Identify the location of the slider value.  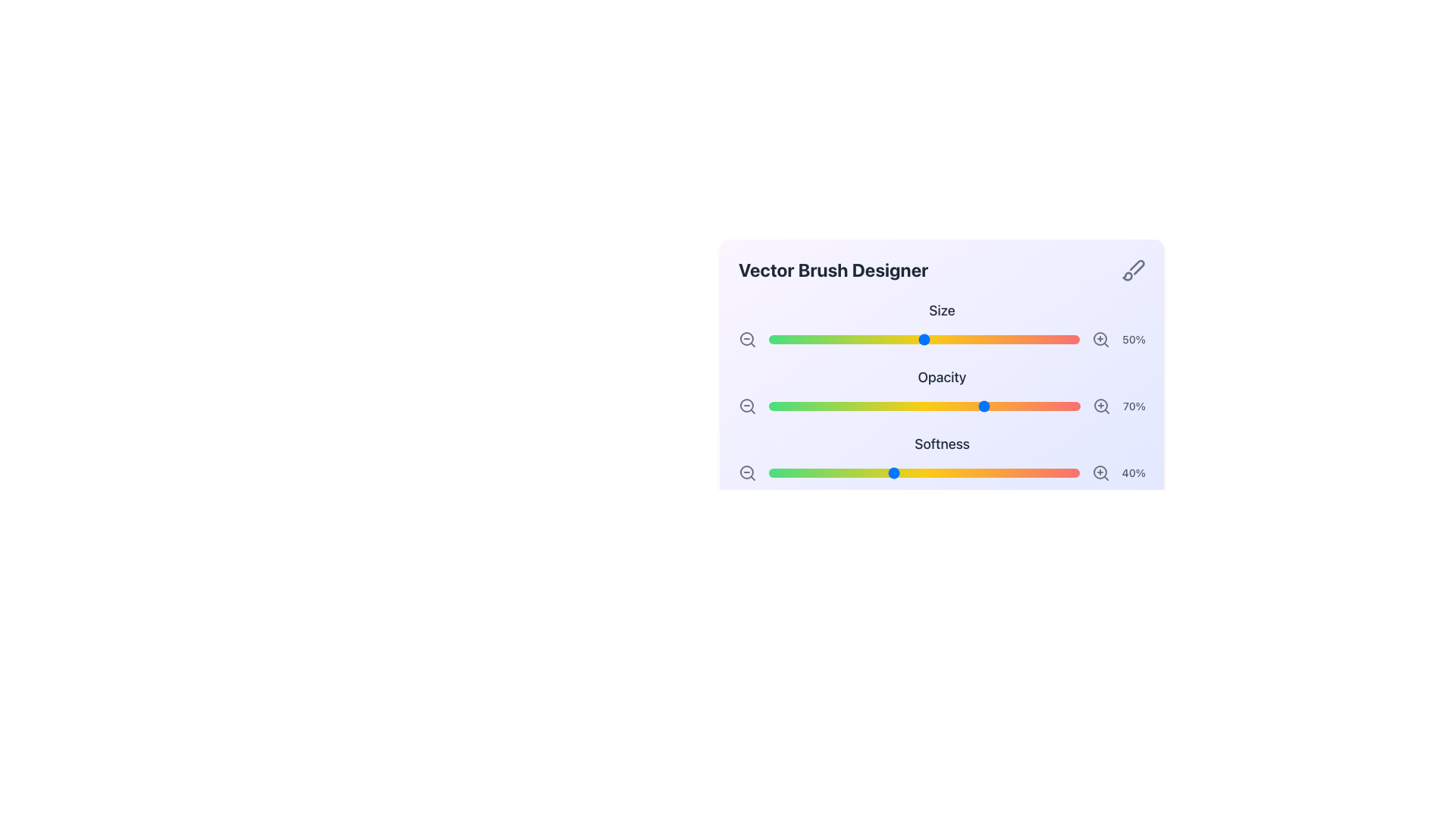
(811, 338).